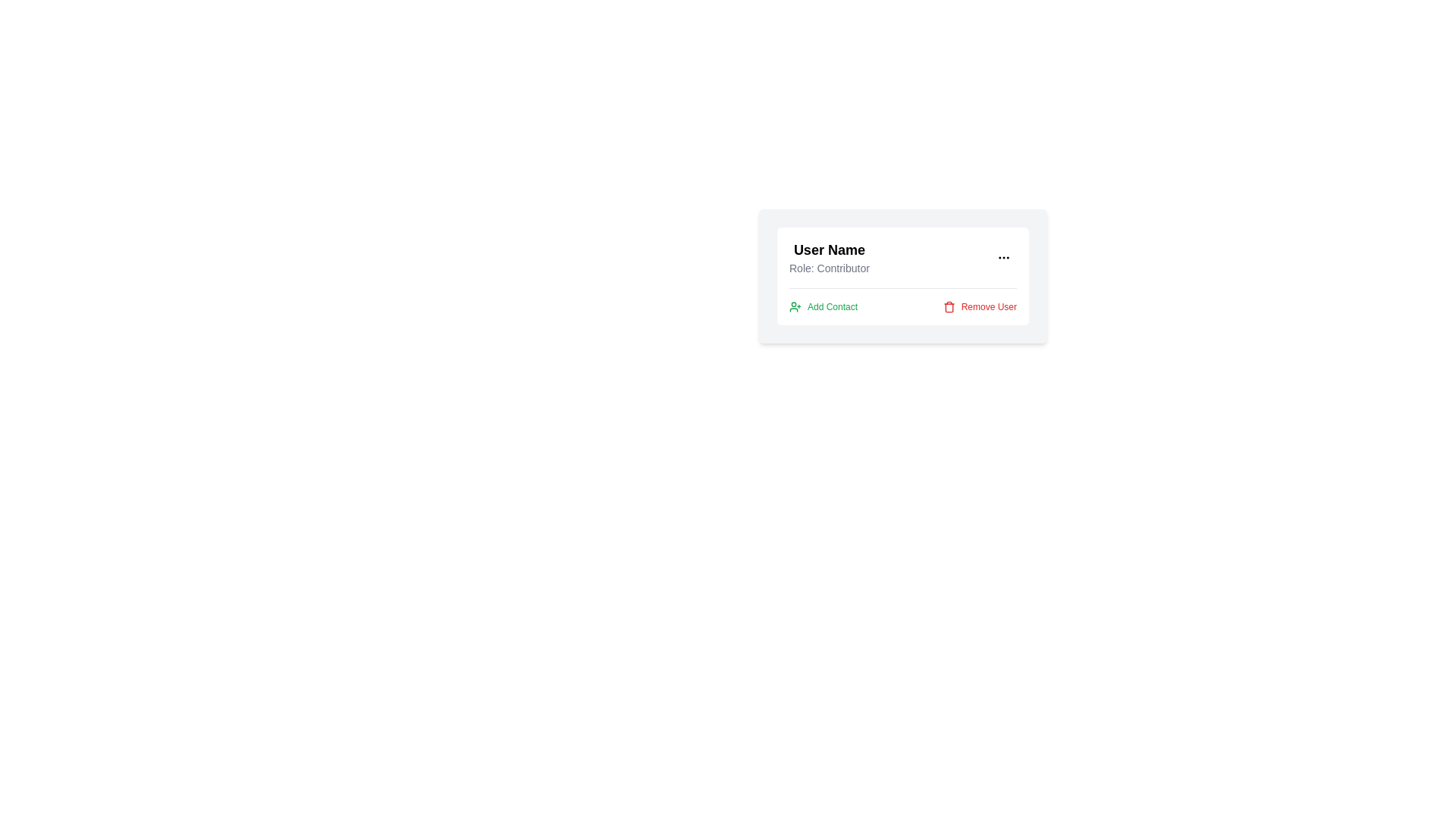  What do you see at coordinates (948, 307) in the screenshot?
I see `the delete icon located to the left of the 'Remove User' text within the red-emphasized clickable section in the lower-right corner of the user details card` at bounding box center [948, 307].